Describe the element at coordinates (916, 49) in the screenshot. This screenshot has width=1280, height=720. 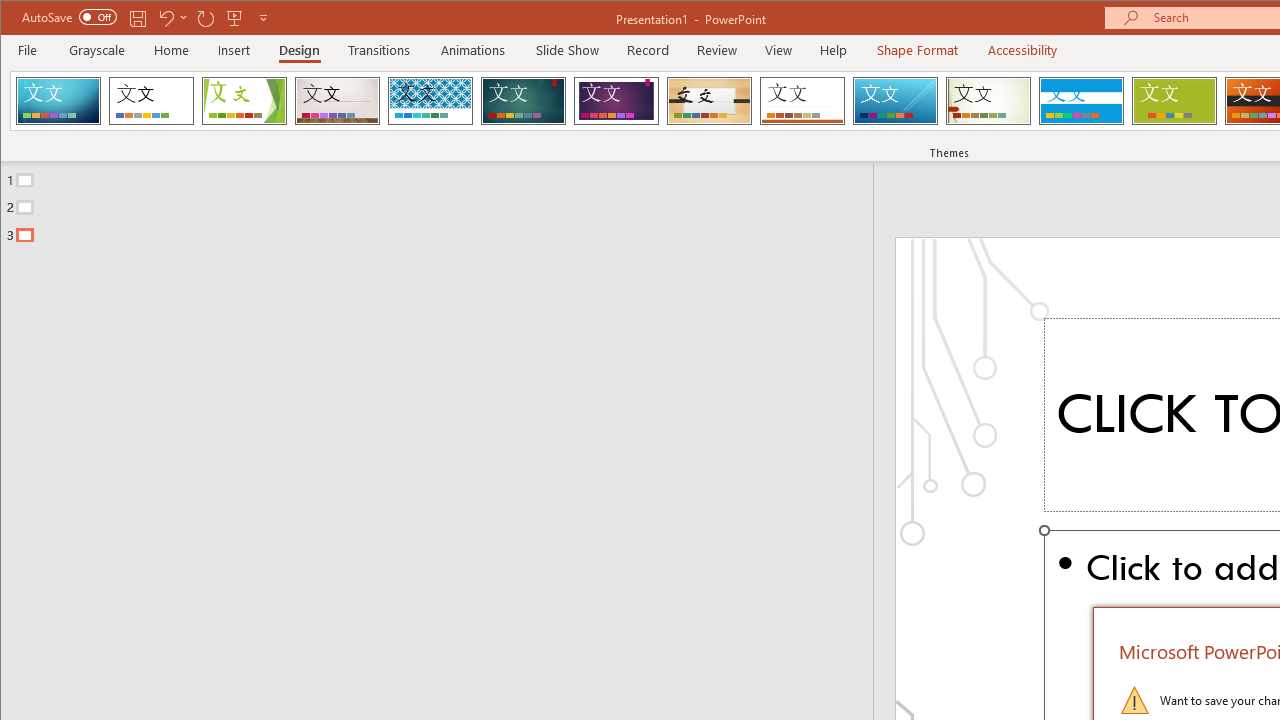
I see `'Shape Format'` at that location.